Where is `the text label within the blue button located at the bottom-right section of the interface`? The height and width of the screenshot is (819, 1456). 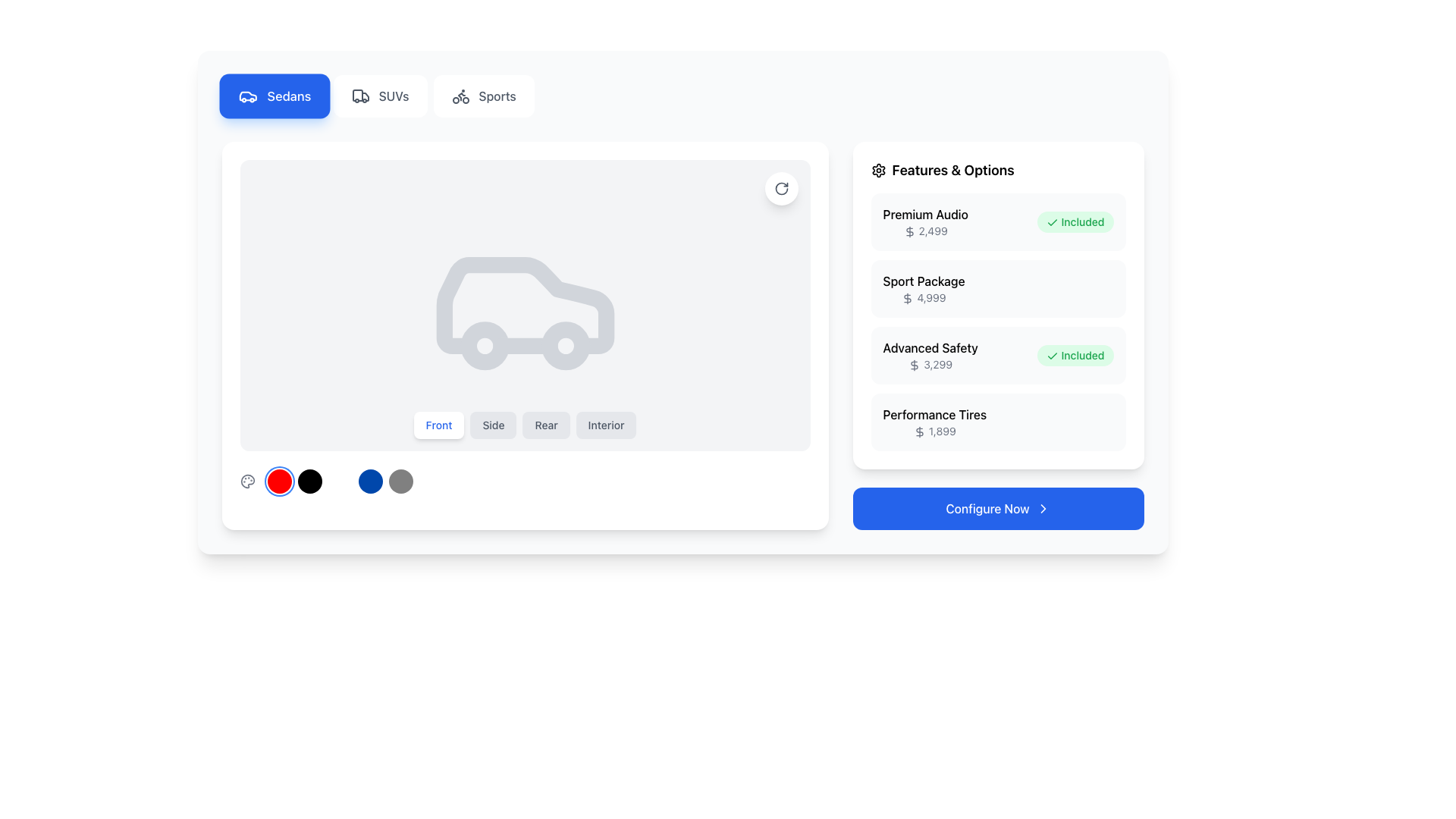 the text label within the blue button located at the bottom-right section of the interface is located at coordinates (987, 509).